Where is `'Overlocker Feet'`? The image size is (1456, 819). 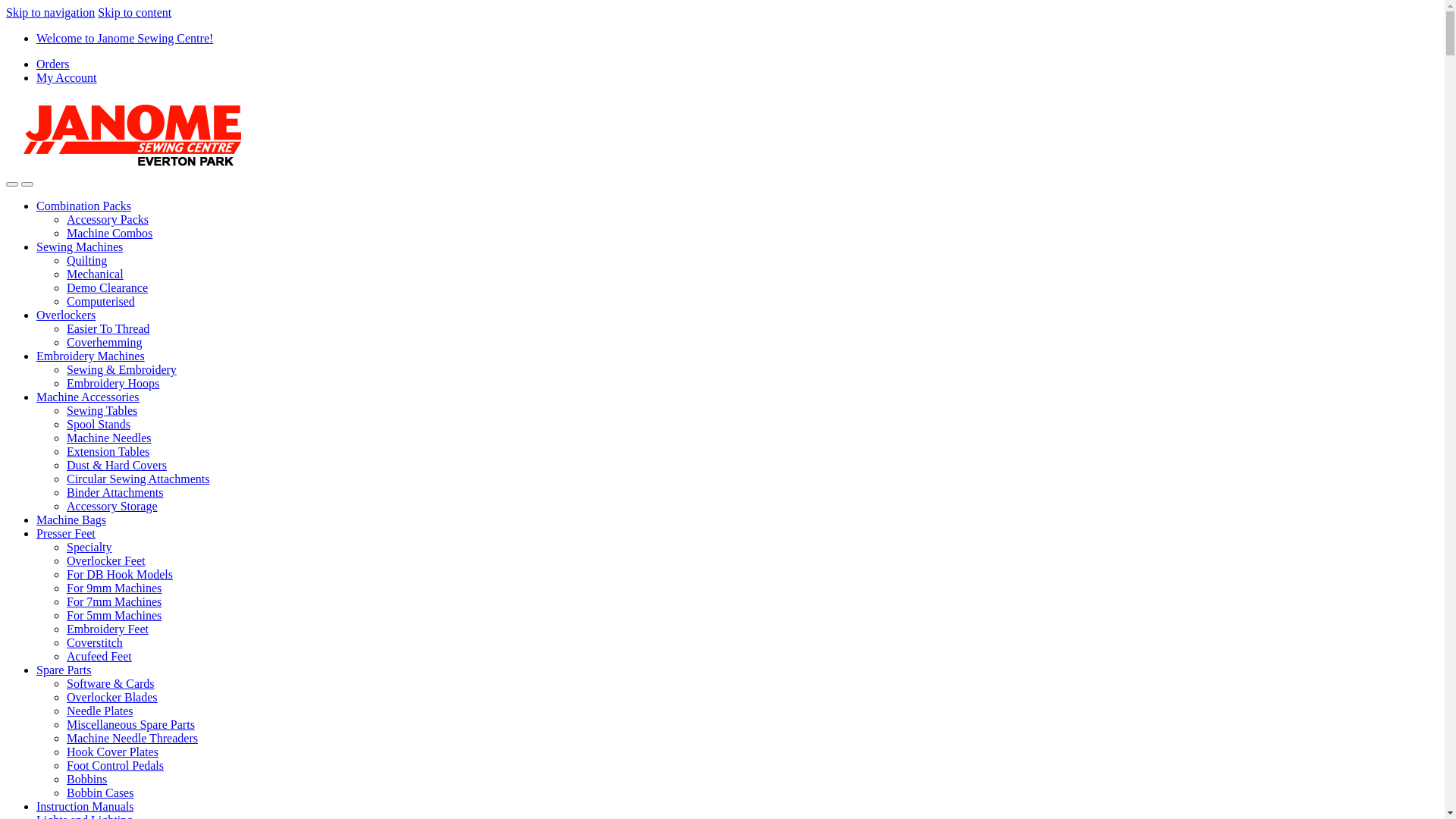 'Overlocker Feet' is located at coordinates (65, 560).